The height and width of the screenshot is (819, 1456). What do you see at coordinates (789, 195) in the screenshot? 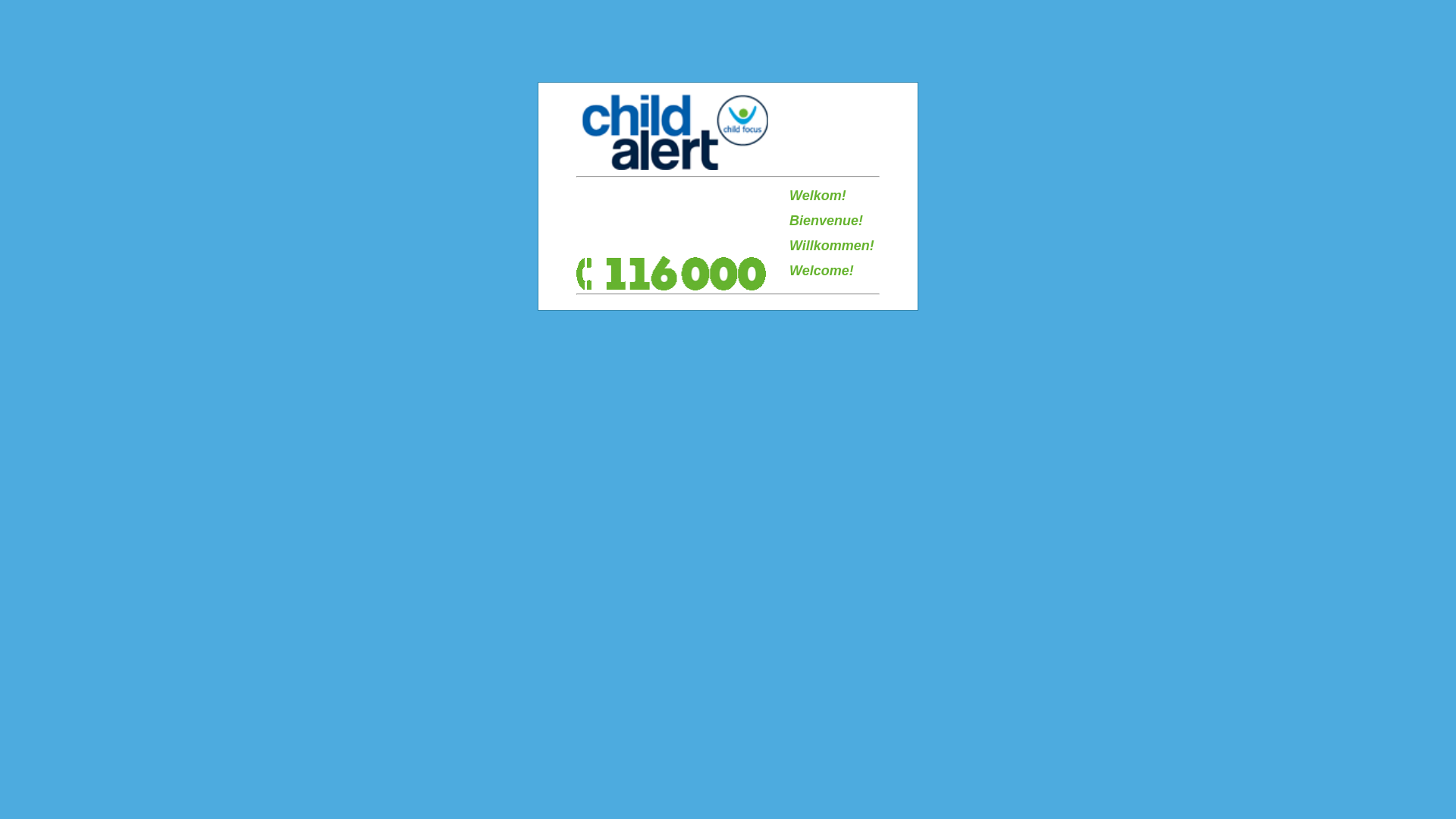
I see `'Welkom!'` at bounding box center [789, 195].